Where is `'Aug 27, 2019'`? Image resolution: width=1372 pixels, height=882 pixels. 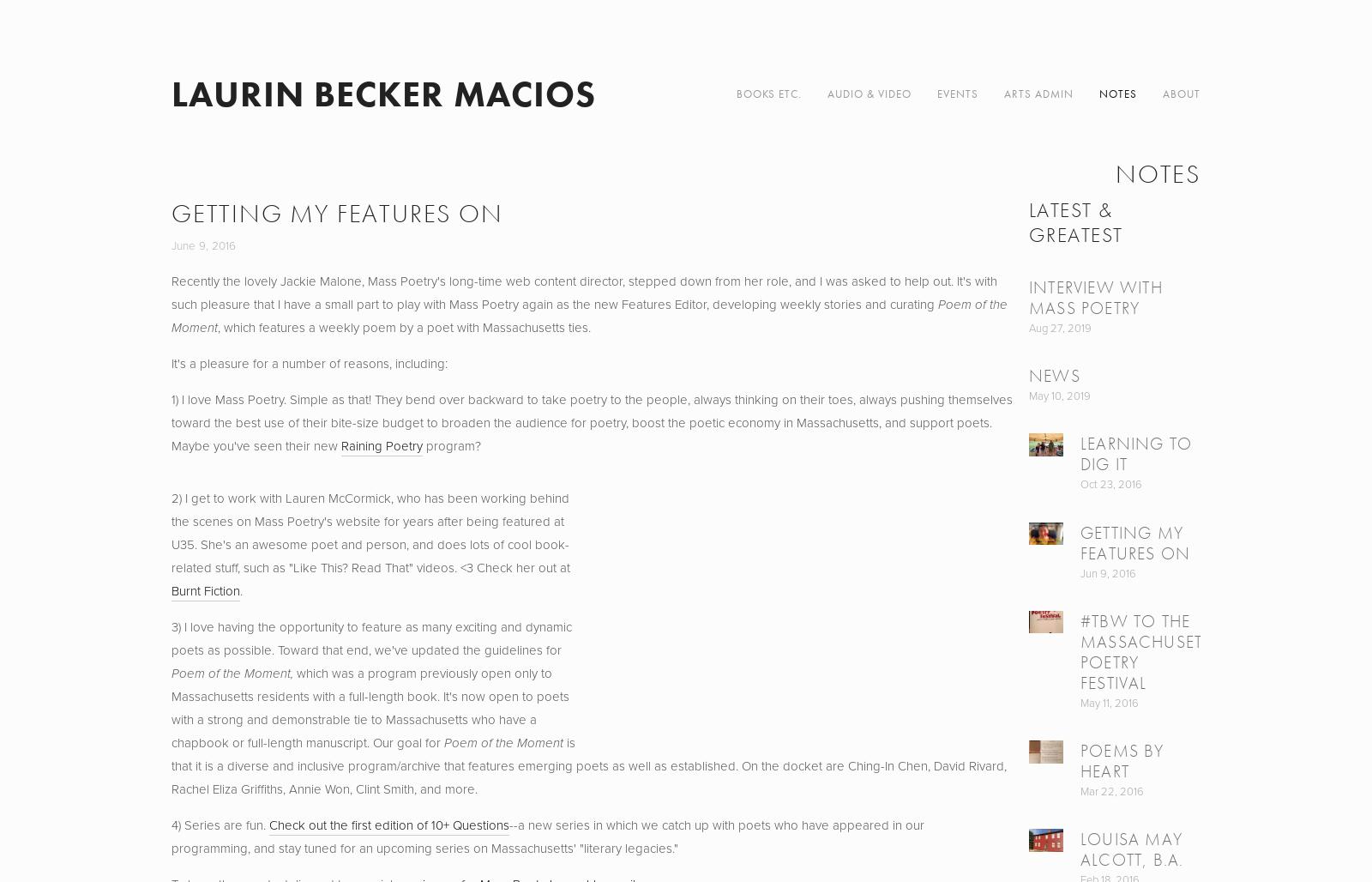 'Aug 27, 2019' is located at coordinates (1059, 326).